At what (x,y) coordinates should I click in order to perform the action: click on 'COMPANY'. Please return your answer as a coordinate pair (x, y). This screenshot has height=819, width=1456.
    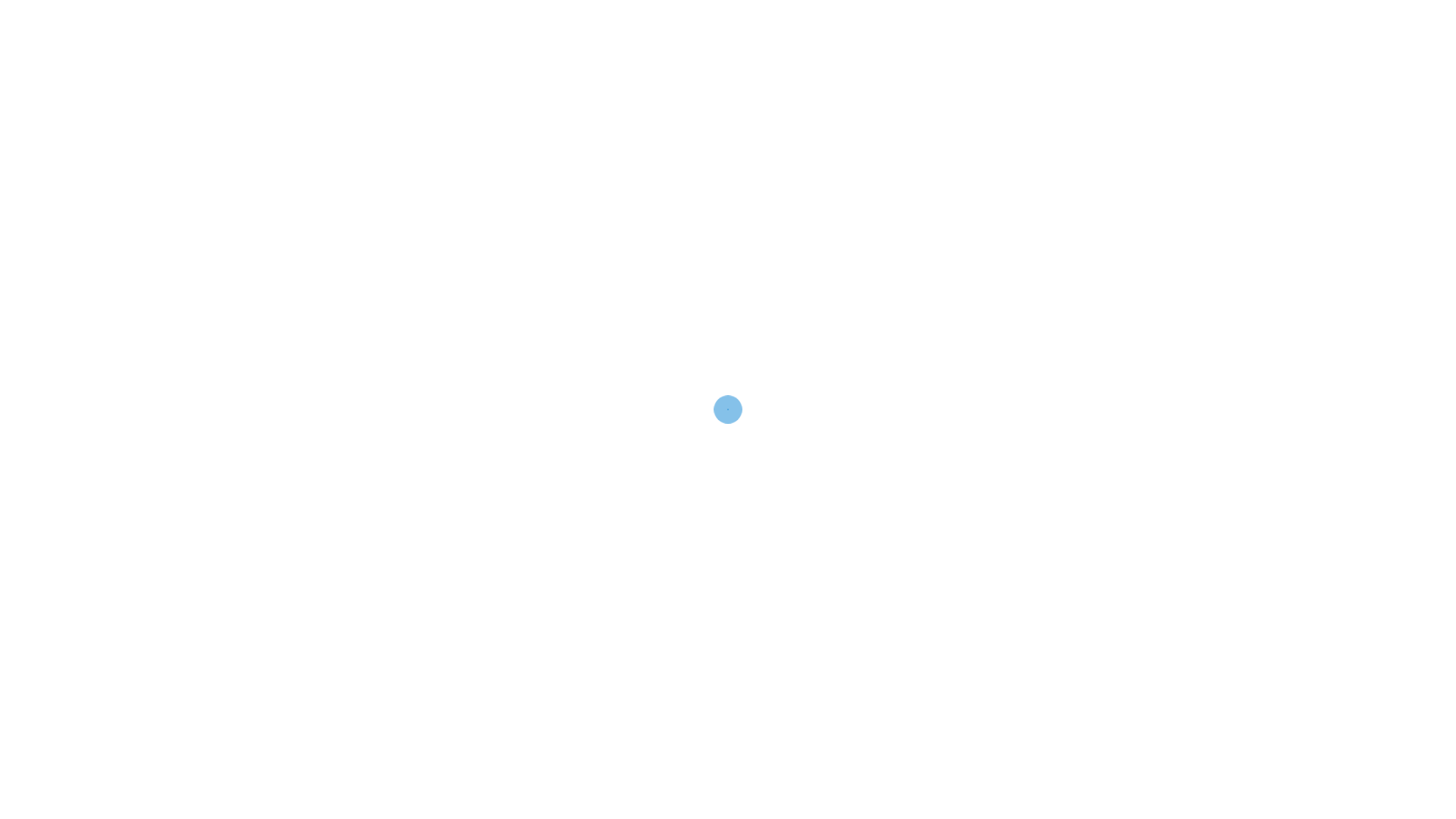
    Looking at the image, I should click on (632, 99).